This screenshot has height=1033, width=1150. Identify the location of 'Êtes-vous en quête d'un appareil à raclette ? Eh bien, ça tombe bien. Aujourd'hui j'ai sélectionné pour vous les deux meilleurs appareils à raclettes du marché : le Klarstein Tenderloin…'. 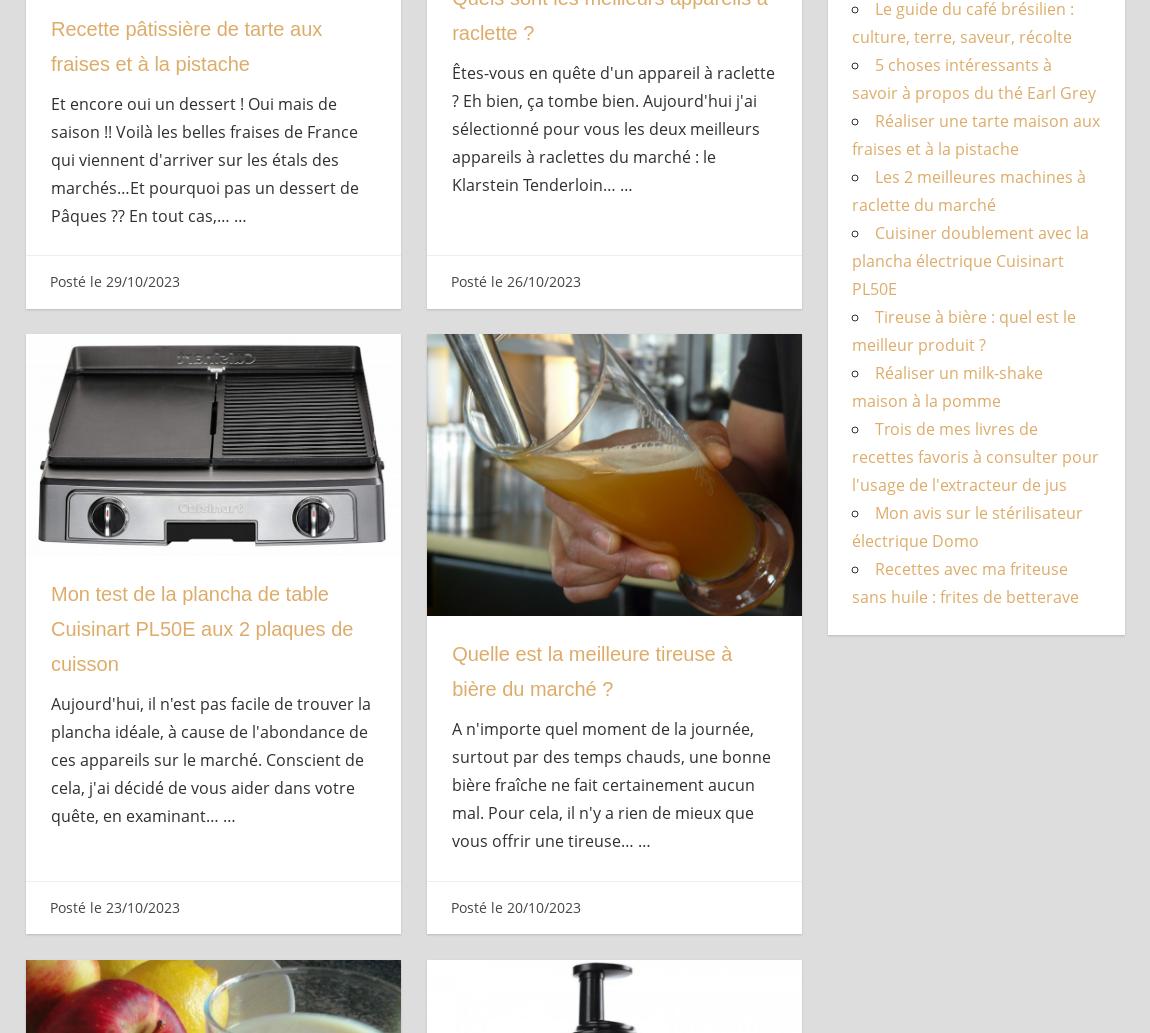
(451, 127).